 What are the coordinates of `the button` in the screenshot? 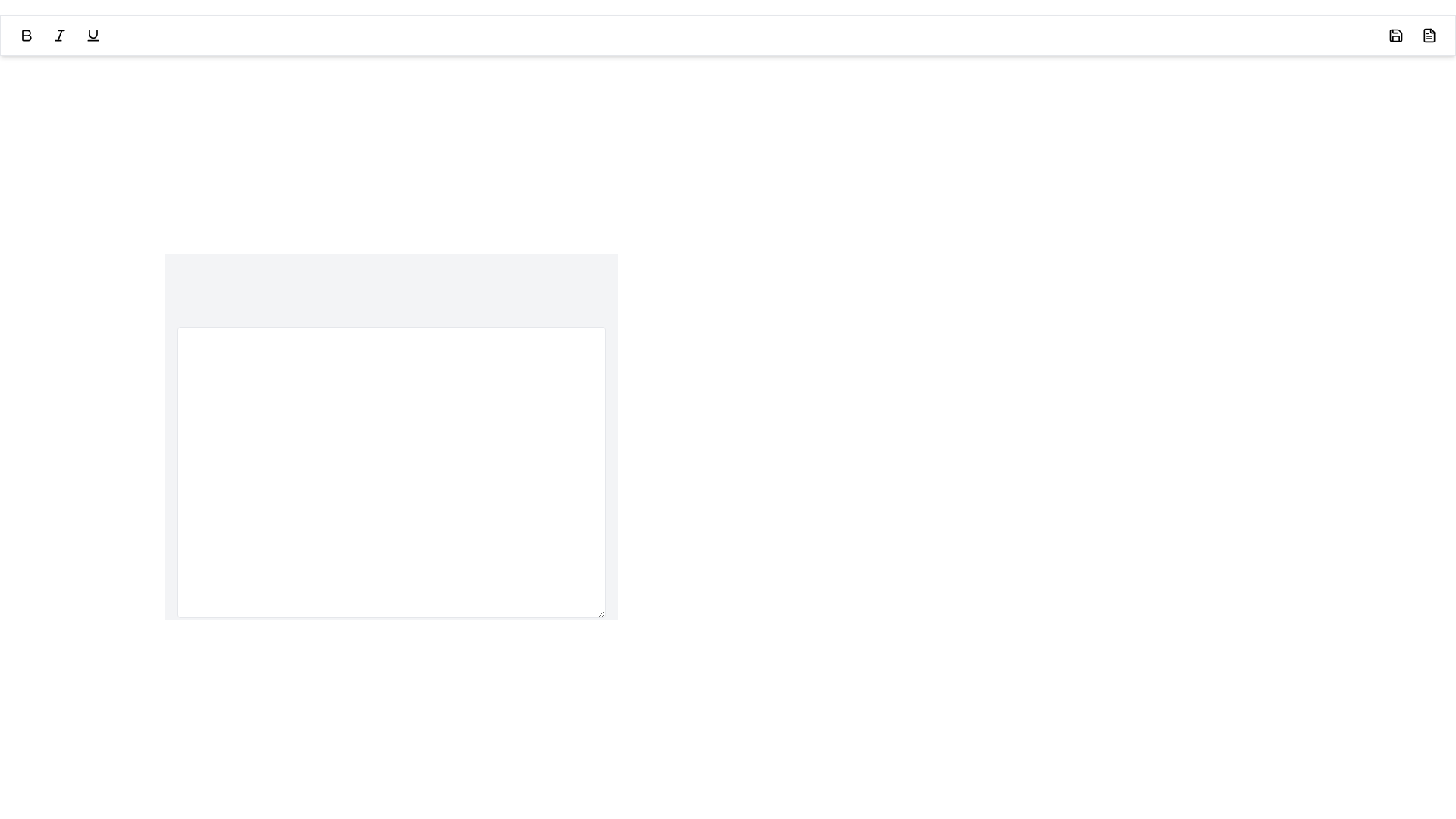 It's located at (26, 34).